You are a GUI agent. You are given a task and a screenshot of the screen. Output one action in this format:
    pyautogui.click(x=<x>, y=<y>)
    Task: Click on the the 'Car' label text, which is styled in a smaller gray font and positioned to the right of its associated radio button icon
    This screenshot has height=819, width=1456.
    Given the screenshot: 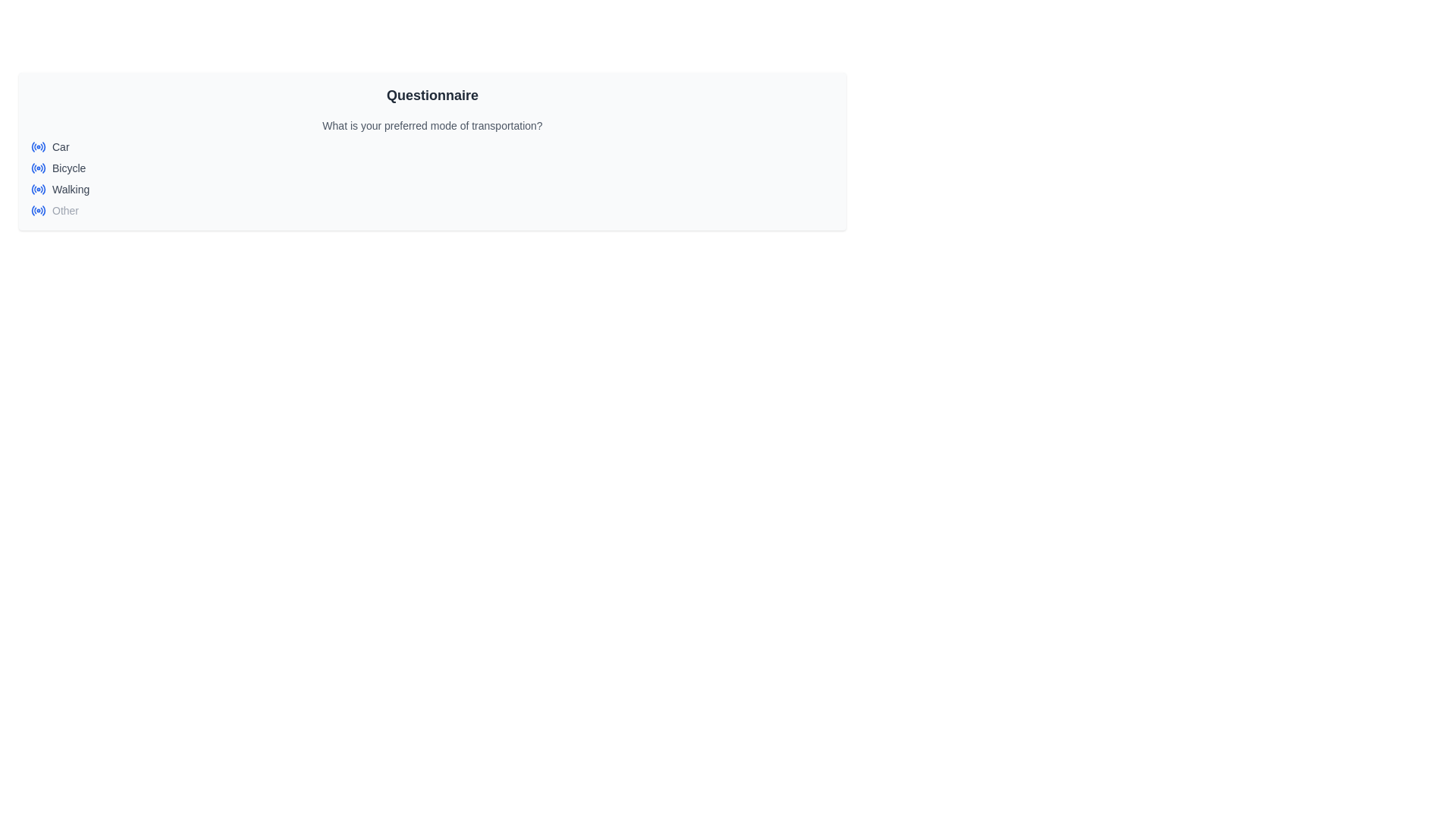 What is the action you would take?
    pyautogui.click(x=61, y=146)
    